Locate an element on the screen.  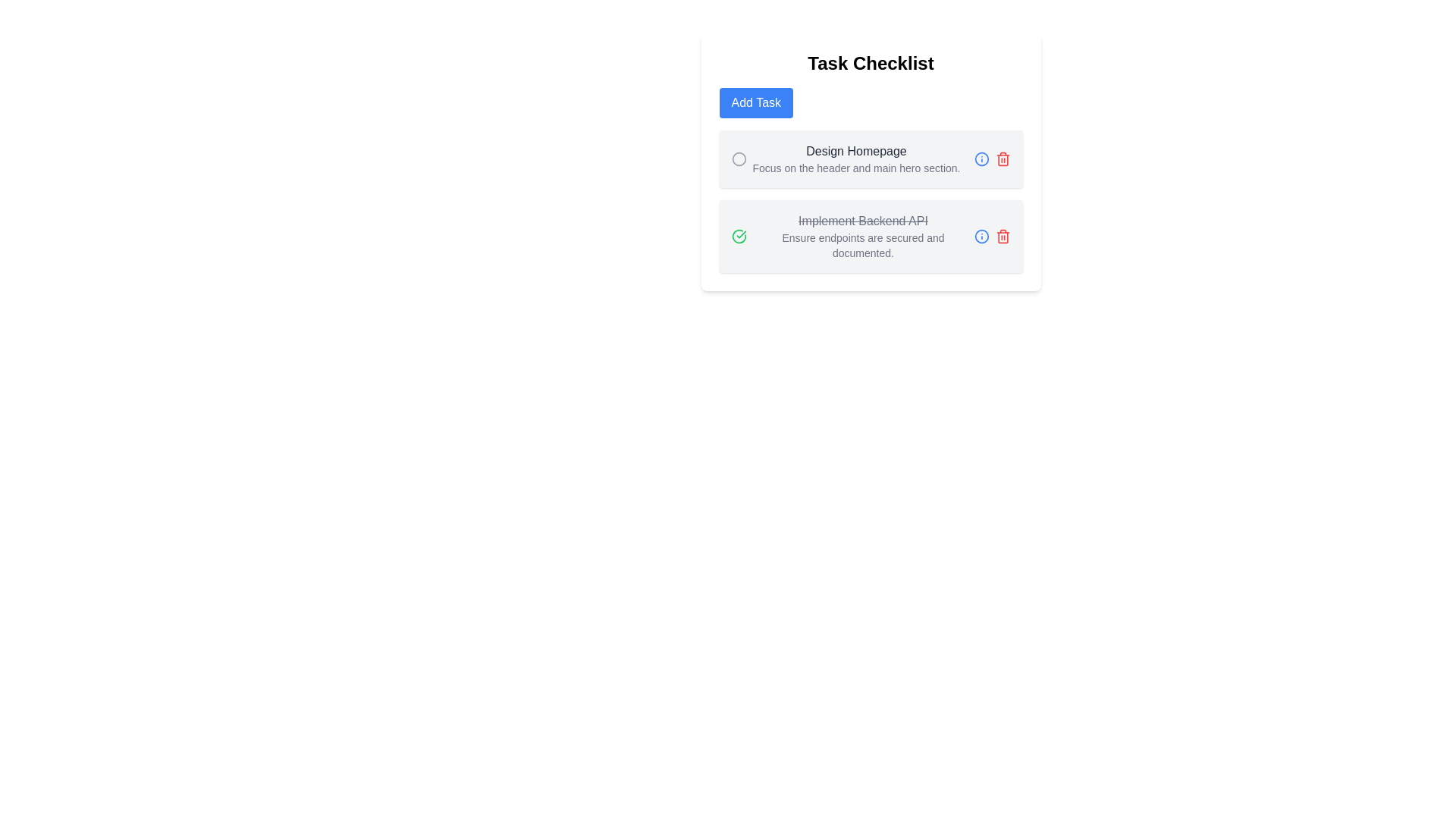
the red trash can icon button located on the right-hand side of the 'Design Homepage' task in the Task Checklist section is located at coordinates (1003, 158).